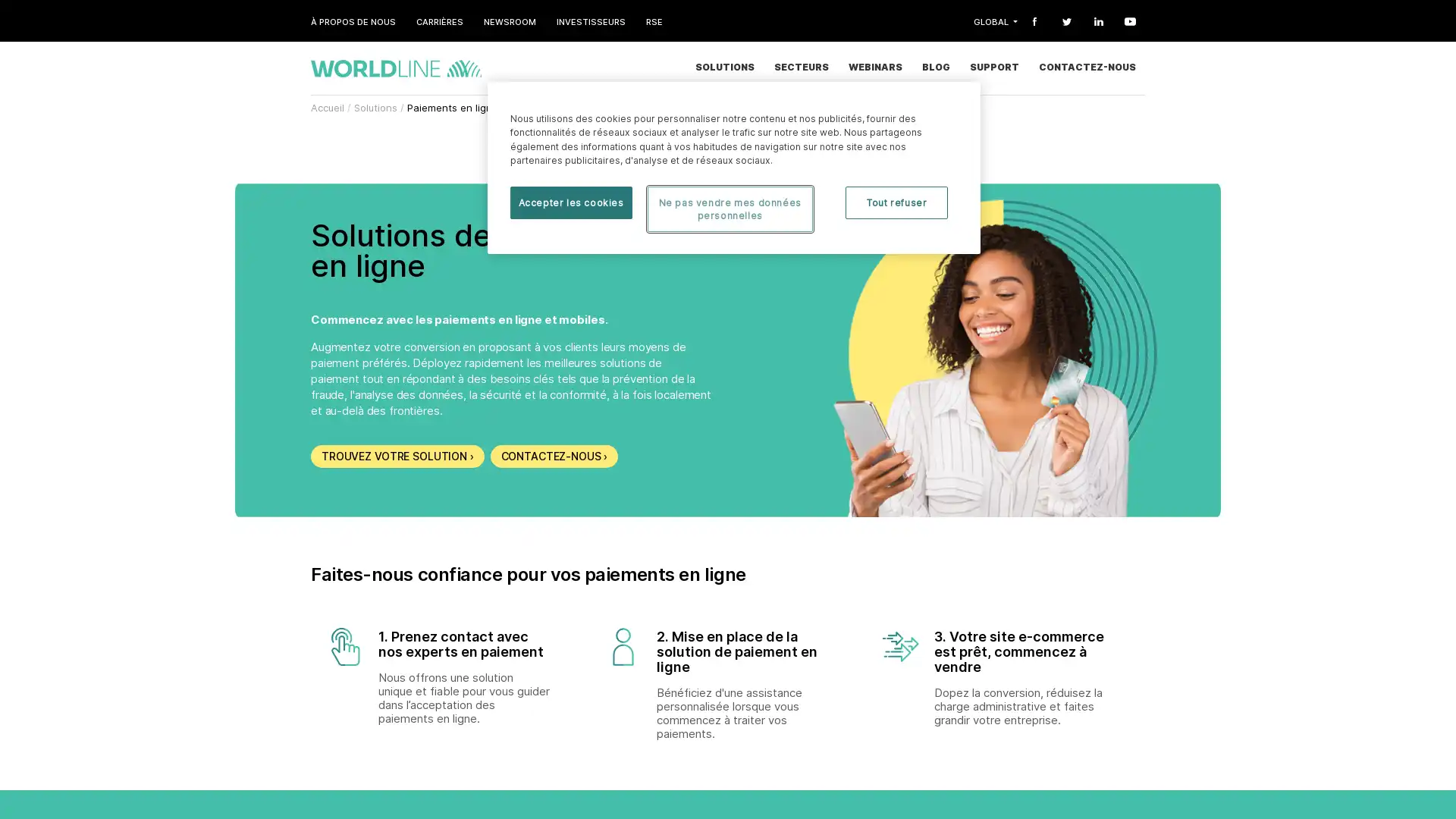  Describe the element at coordinates (570, 202) in the screenshot. I see `Accepter les cookies` at that location.